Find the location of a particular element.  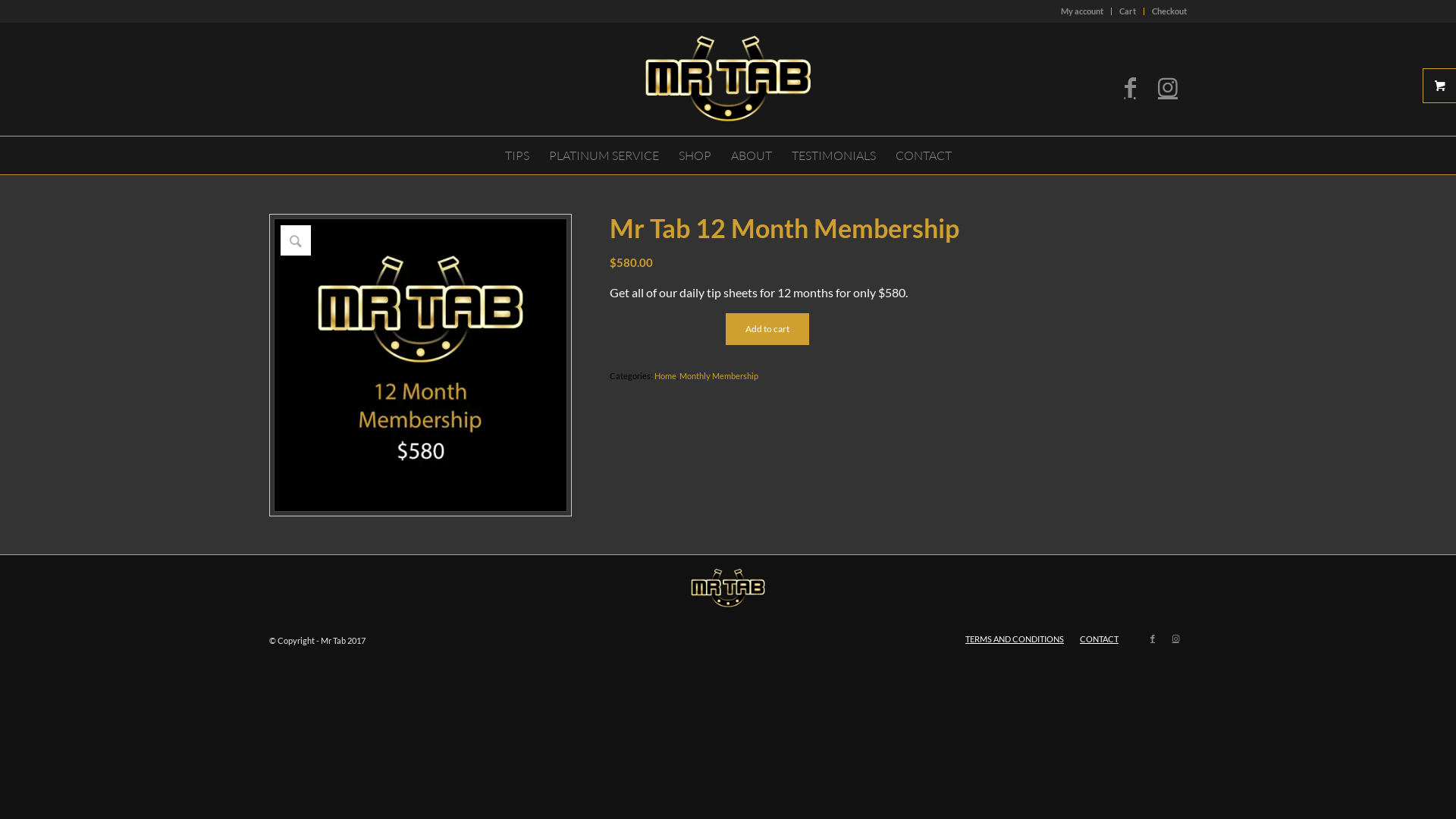

'My account' is located at coordinates (1081, 11).